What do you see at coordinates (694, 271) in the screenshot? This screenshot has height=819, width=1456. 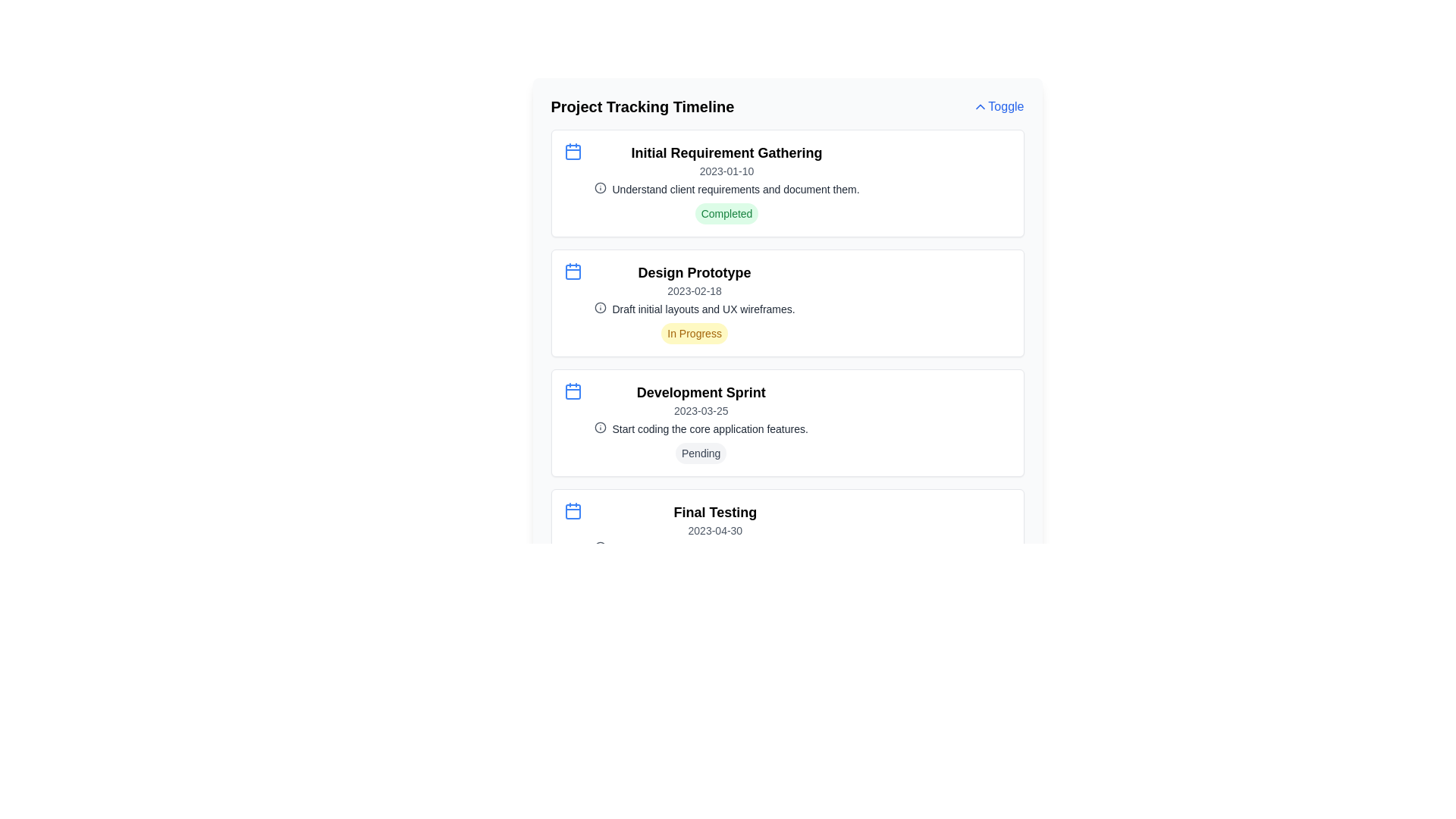 I see `the header label of the second task card in the project timeline view, which categorizes and summarizes the content beneath it` at bounding box center [694, 271].